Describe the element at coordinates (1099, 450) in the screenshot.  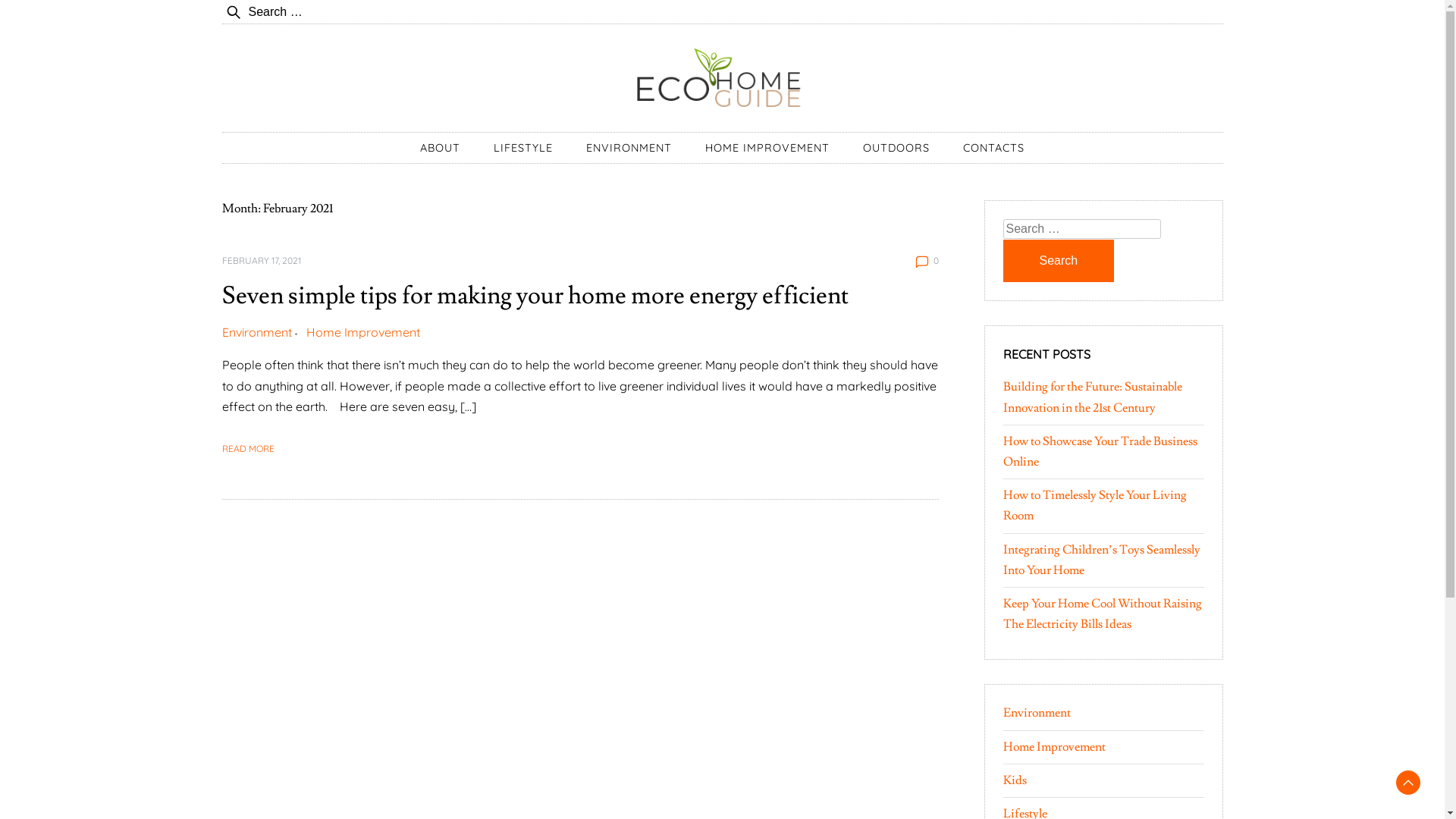
I see `'How to Showcase Your Trade Business Online'` at that location.